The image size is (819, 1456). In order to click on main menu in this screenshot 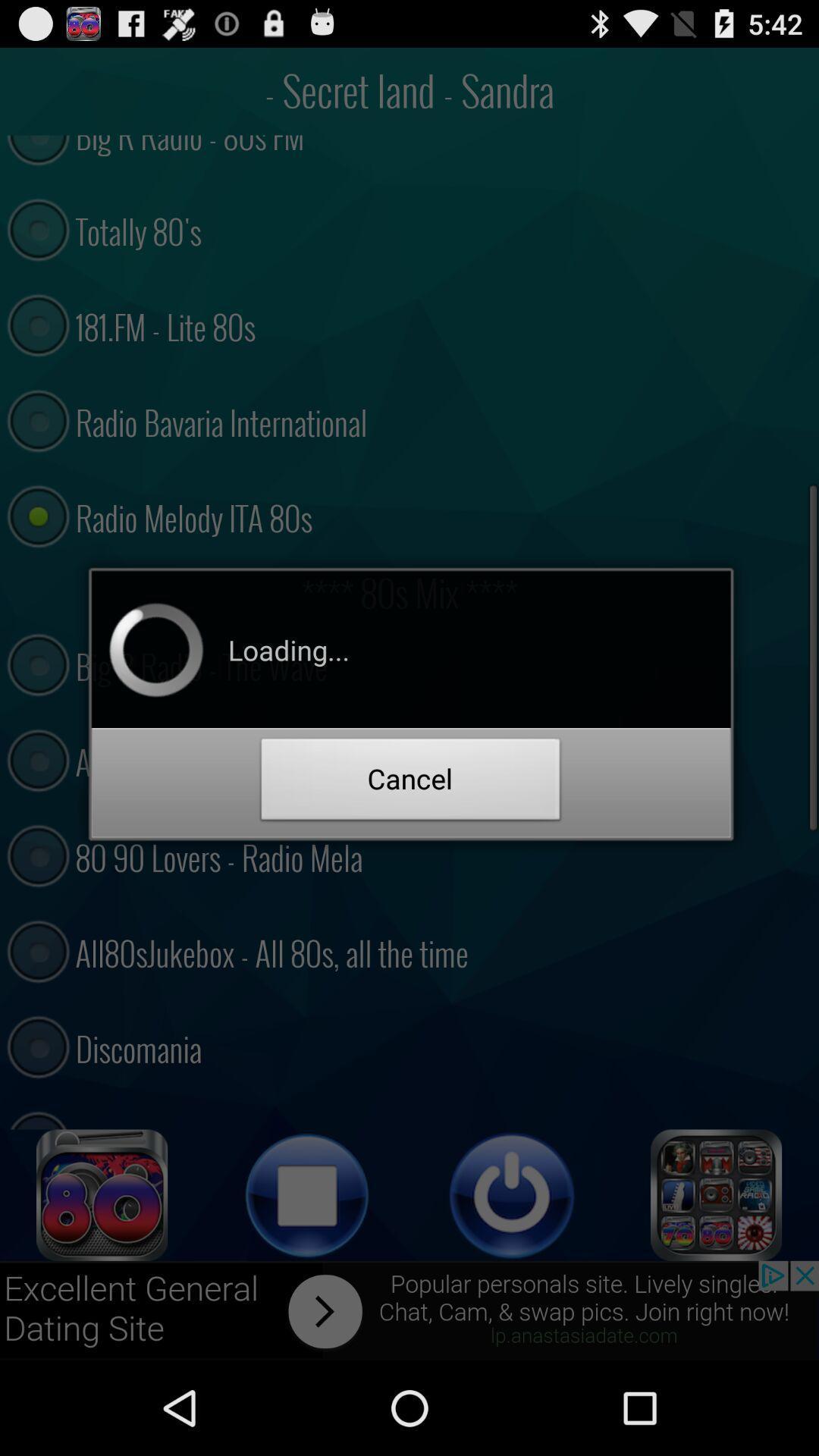, I will do `click(717, 1194)`.